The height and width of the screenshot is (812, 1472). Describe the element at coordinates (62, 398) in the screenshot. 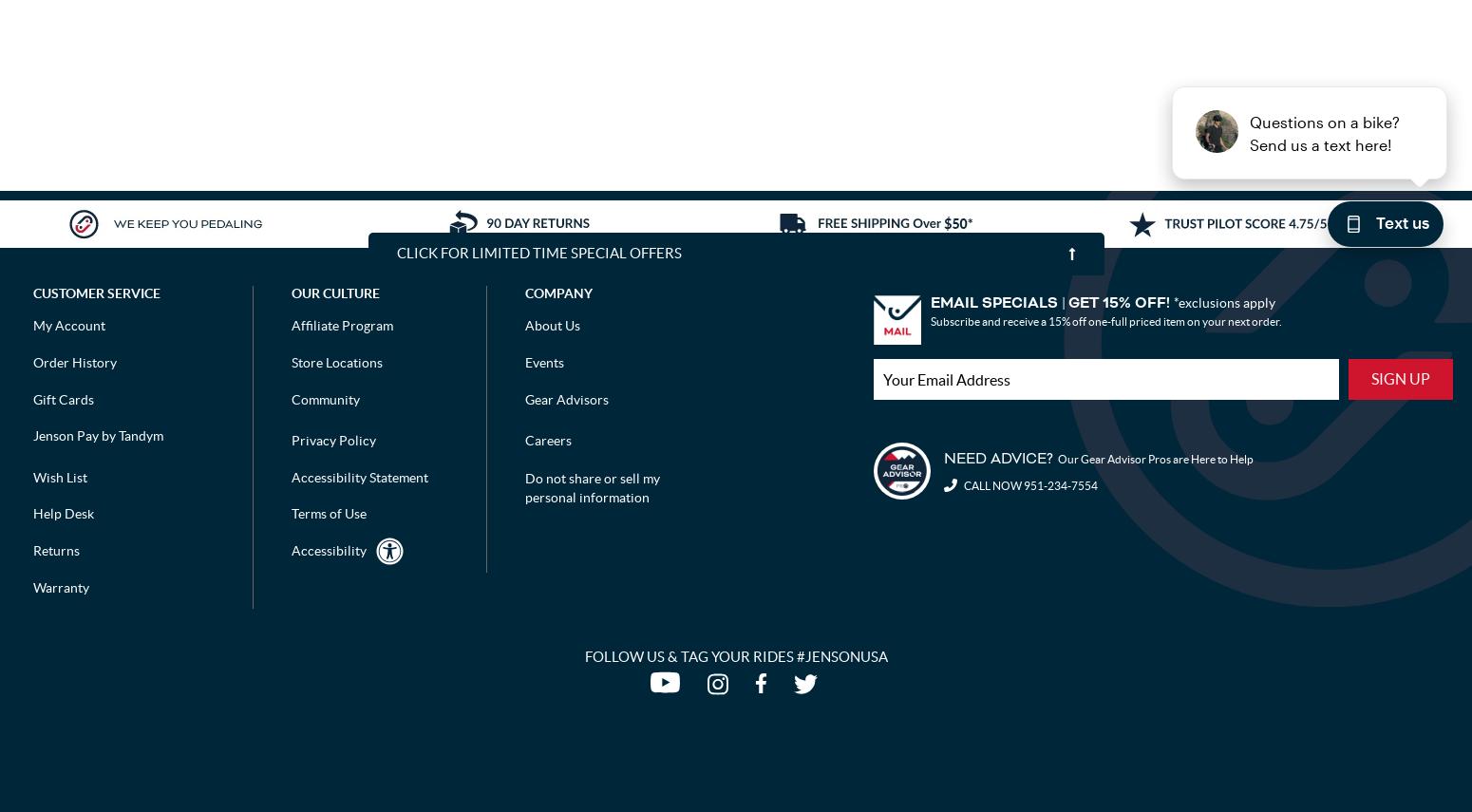

I see `'Gift Cards'` at that location.